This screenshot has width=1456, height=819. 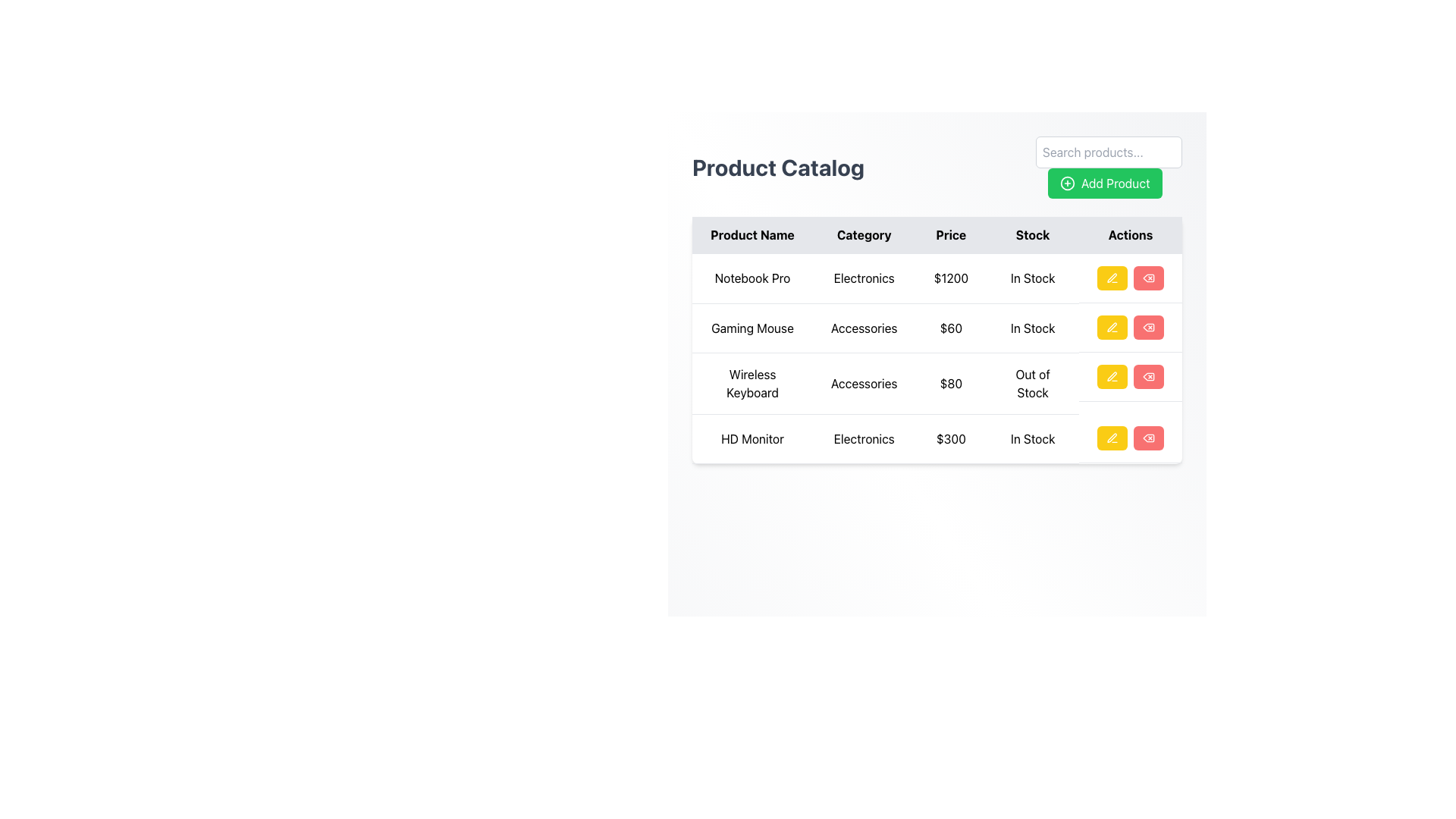 What do you see at coordinates (864, 278) in the screenshot?
I see `the 'Electronics' text label which is the second cell in the row for 'Notebook Pro' in the product table` at bounding box center [864, 278].